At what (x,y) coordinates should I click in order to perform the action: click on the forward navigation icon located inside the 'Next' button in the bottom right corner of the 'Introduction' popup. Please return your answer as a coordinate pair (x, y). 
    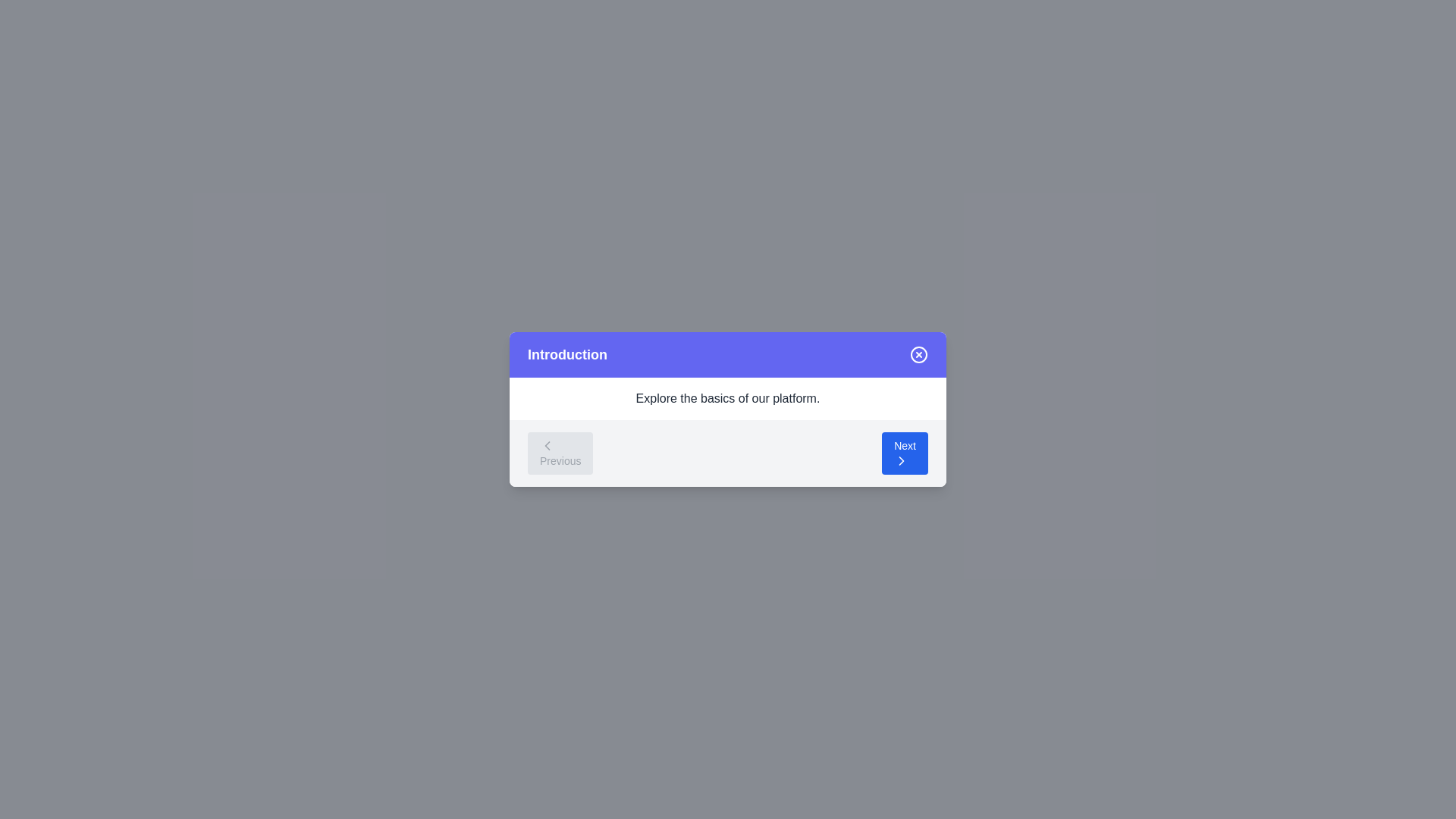
    Looking at the image, I should click on (902, 460).